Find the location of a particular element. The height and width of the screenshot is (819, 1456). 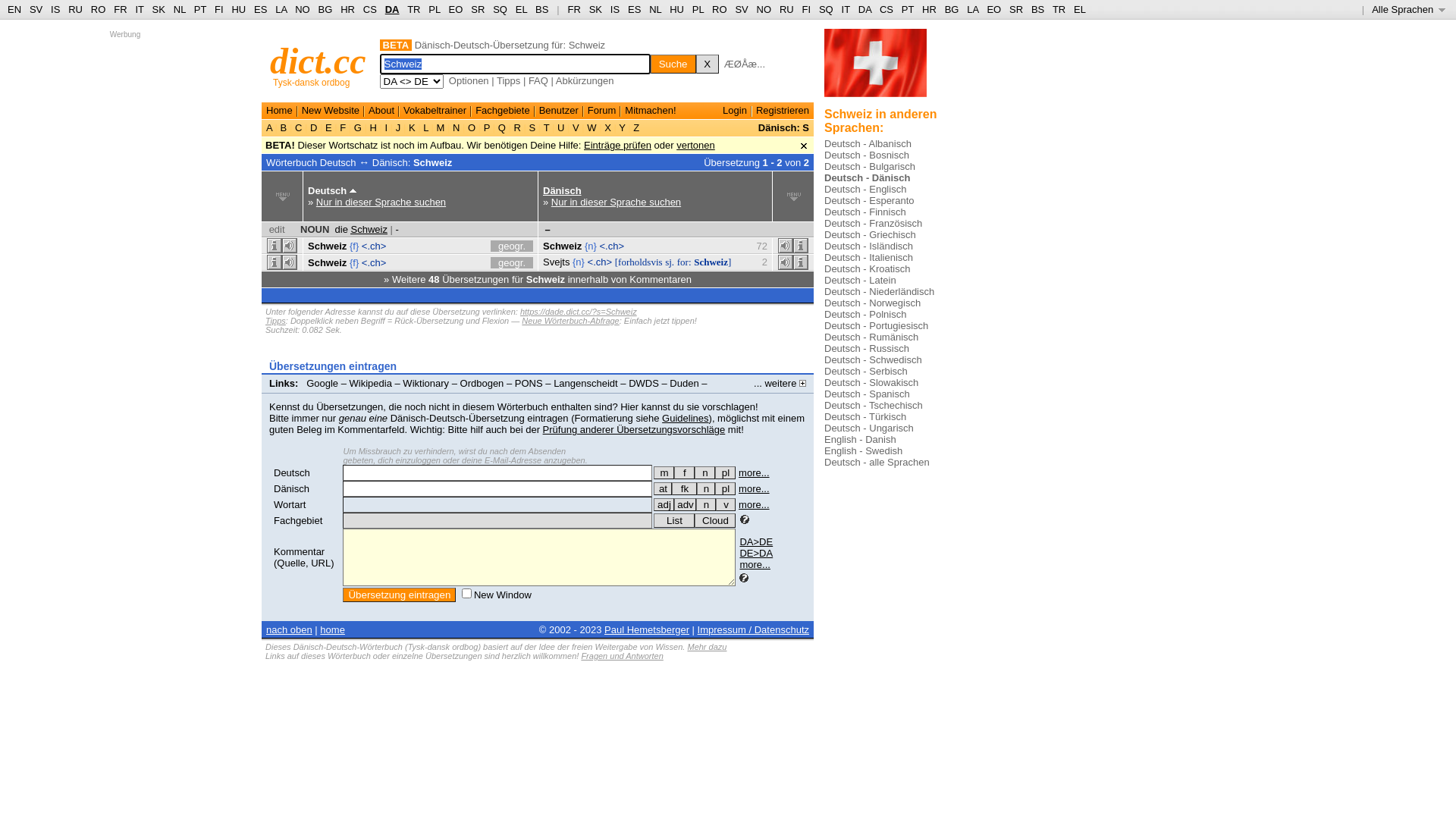

'adv' is located at coordinates (684, 504).